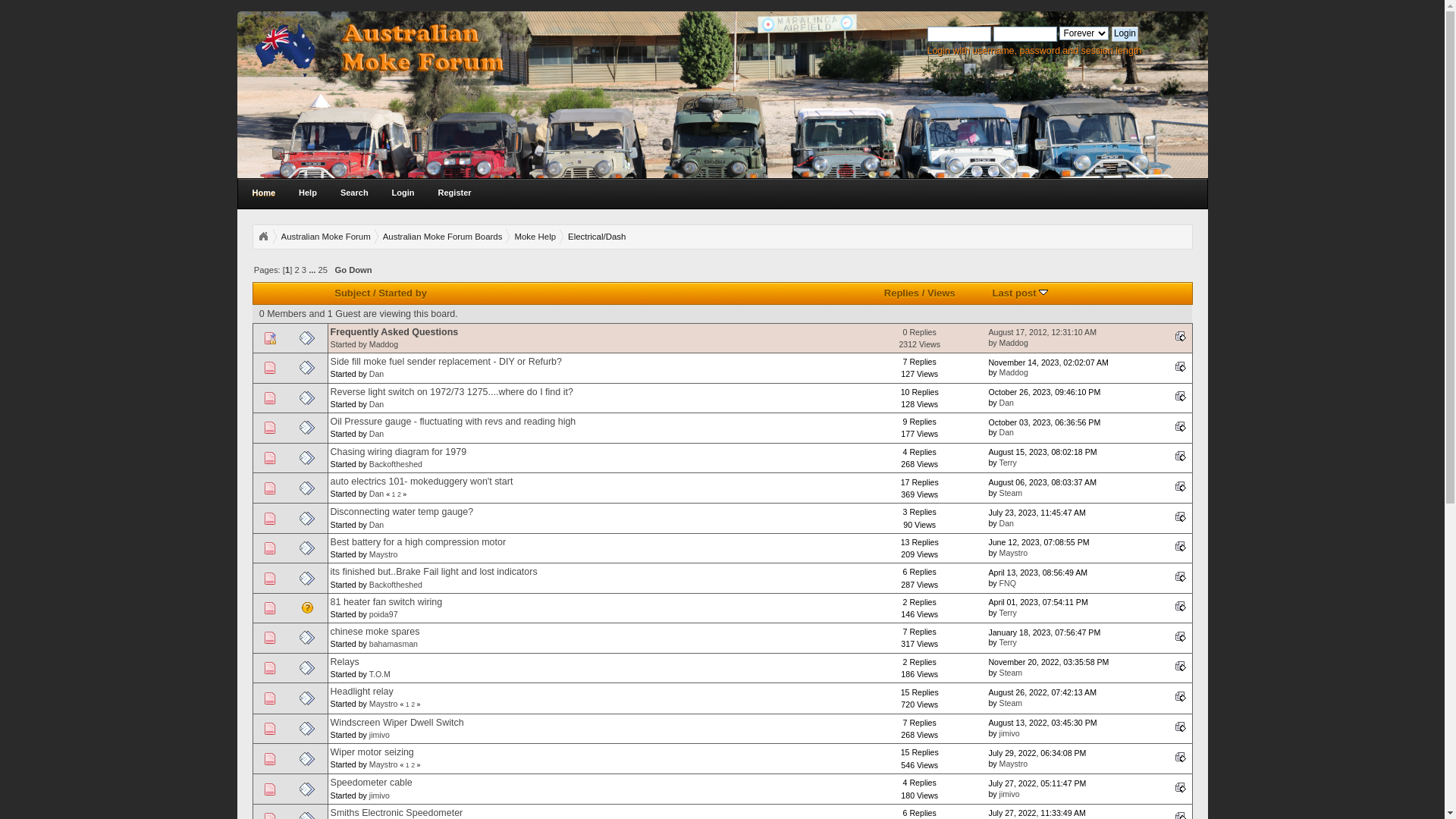  I want to click on 'Help', so click(290, 192).